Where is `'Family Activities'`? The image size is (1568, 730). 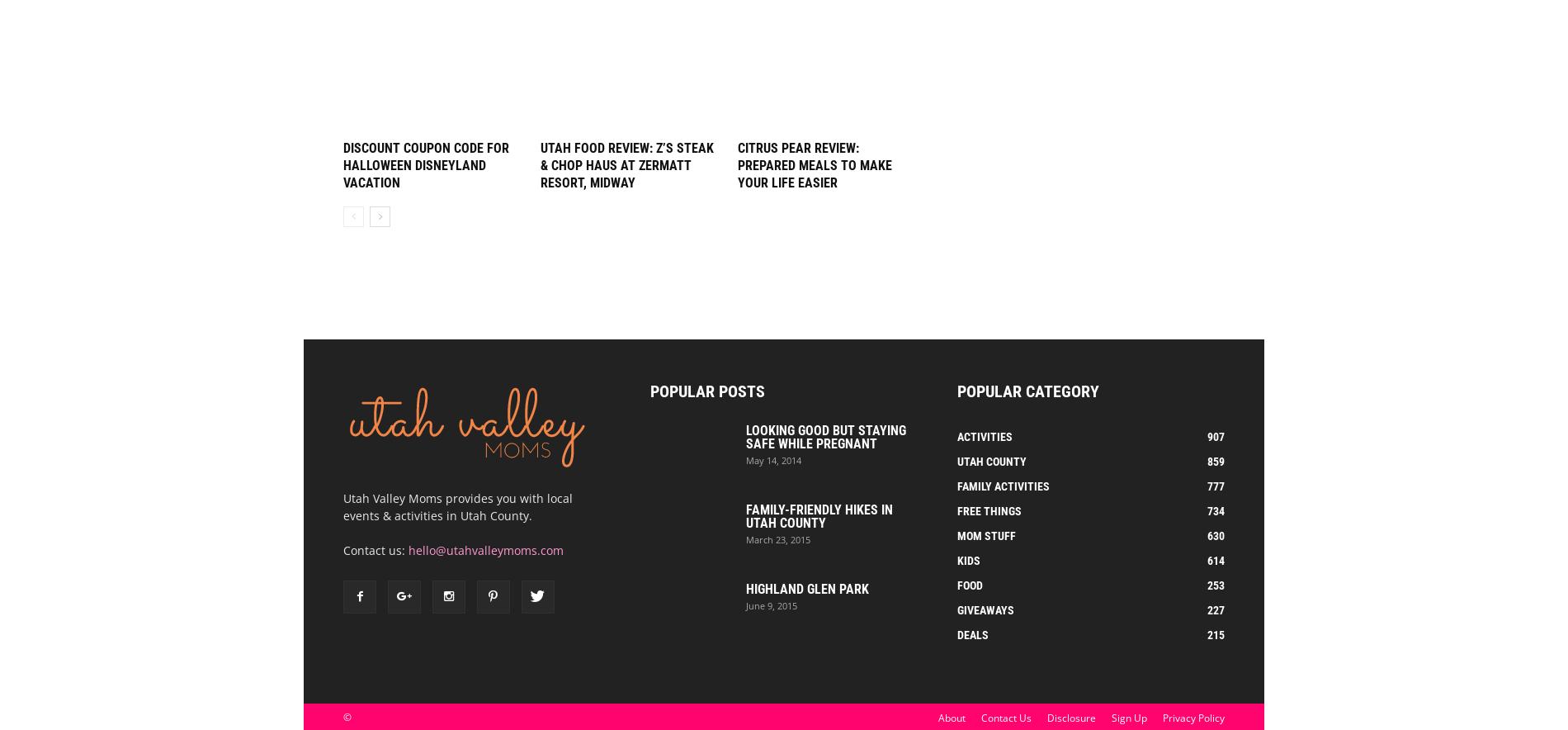
'Family Activities' is located at coordinates (1003, 486).